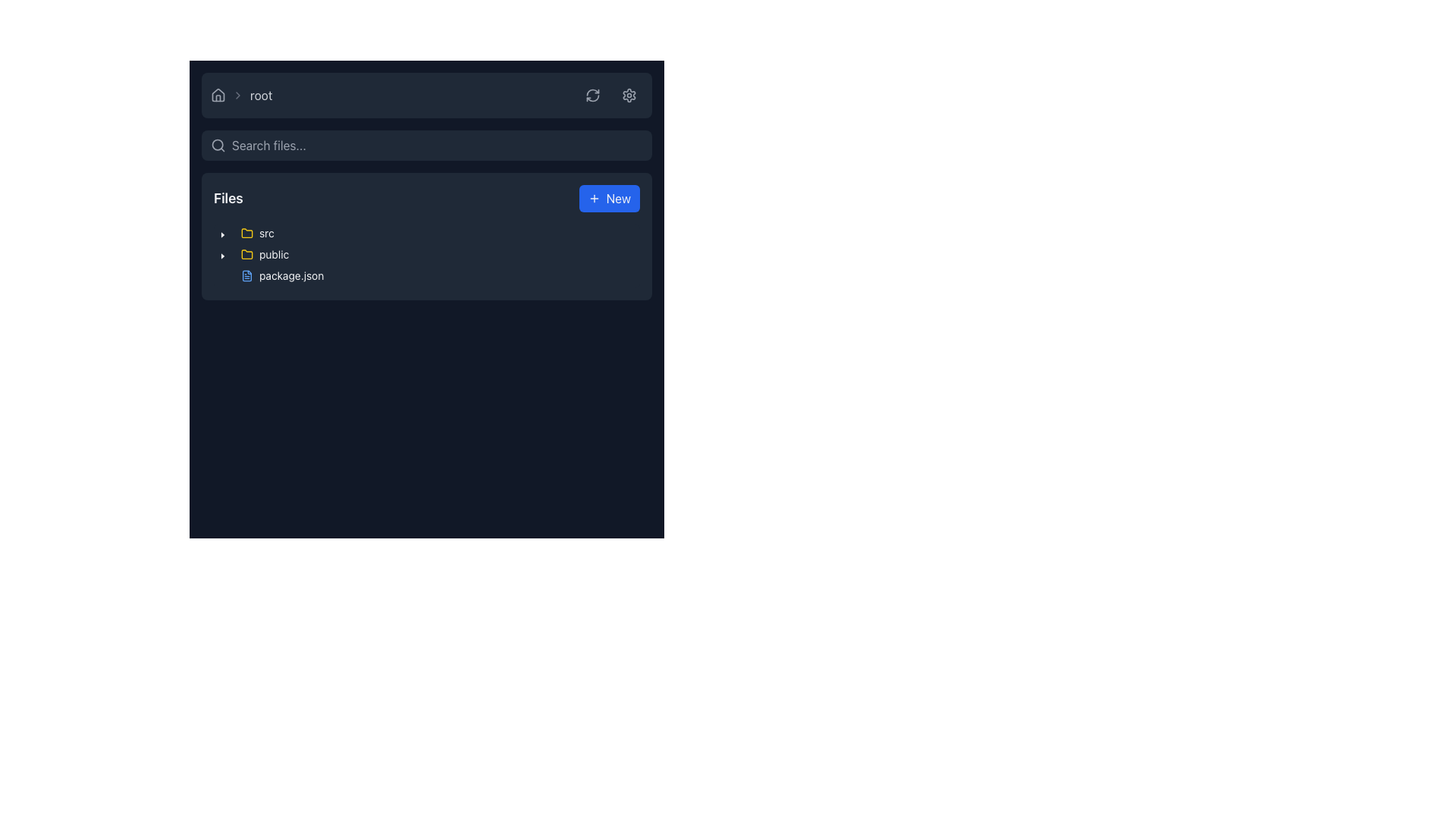  I want to click on to select the file named 'package.json' in the directory tree structure, which is the third entry following the 'src' and 'public' folders, so click(282, 275).